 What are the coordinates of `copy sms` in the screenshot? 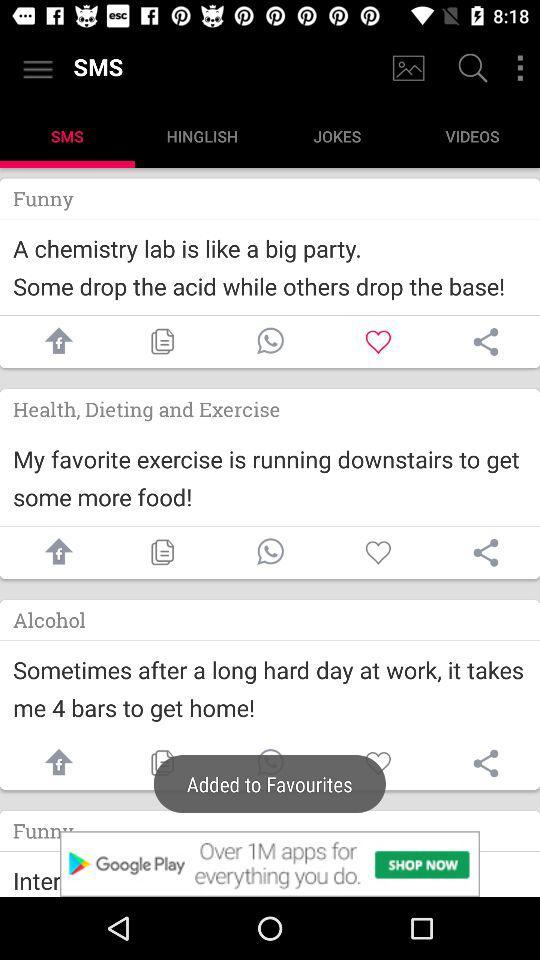 It's located at (161, 552).